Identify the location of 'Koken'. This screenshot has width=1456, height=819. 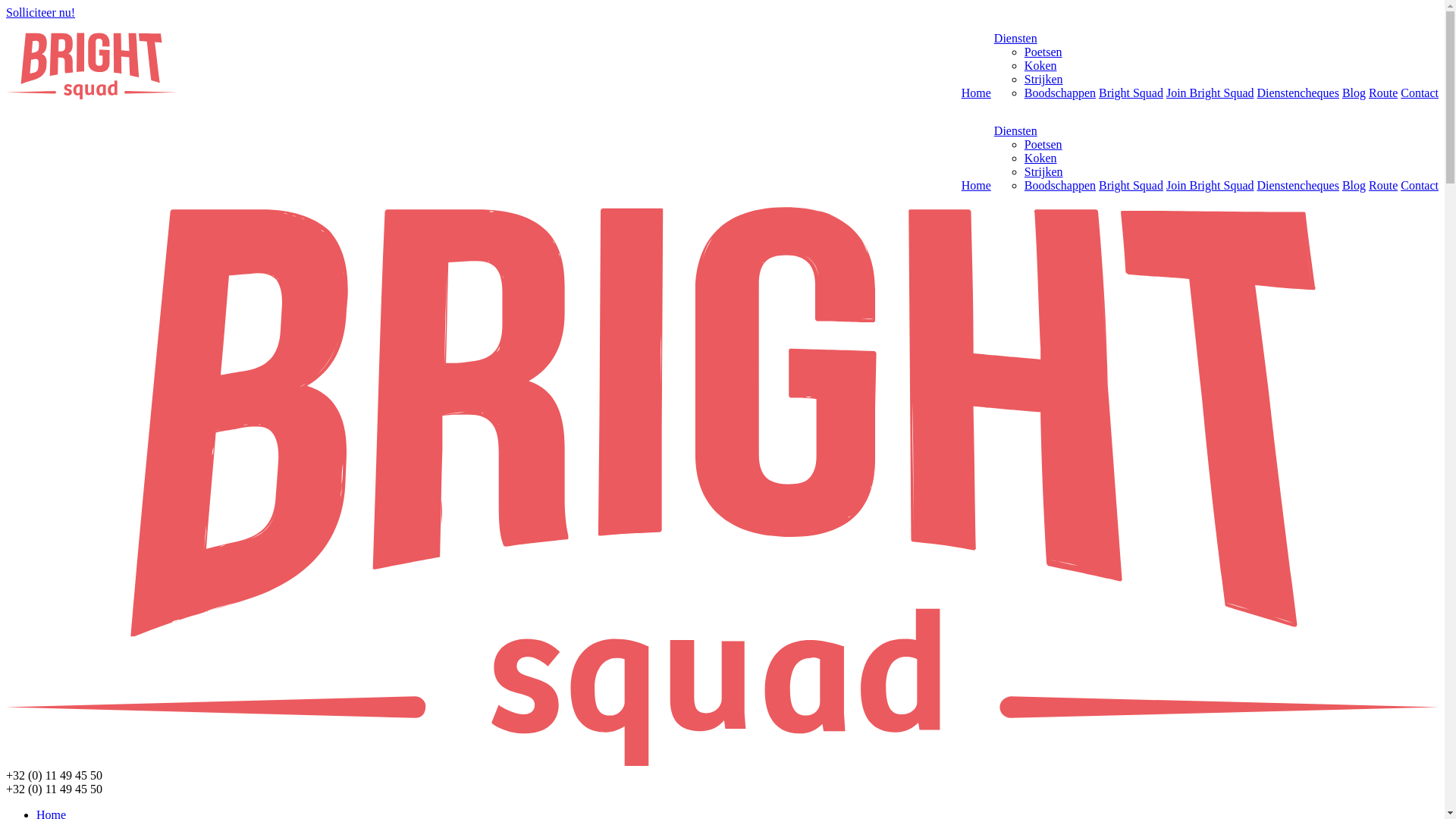
(1040, 64).